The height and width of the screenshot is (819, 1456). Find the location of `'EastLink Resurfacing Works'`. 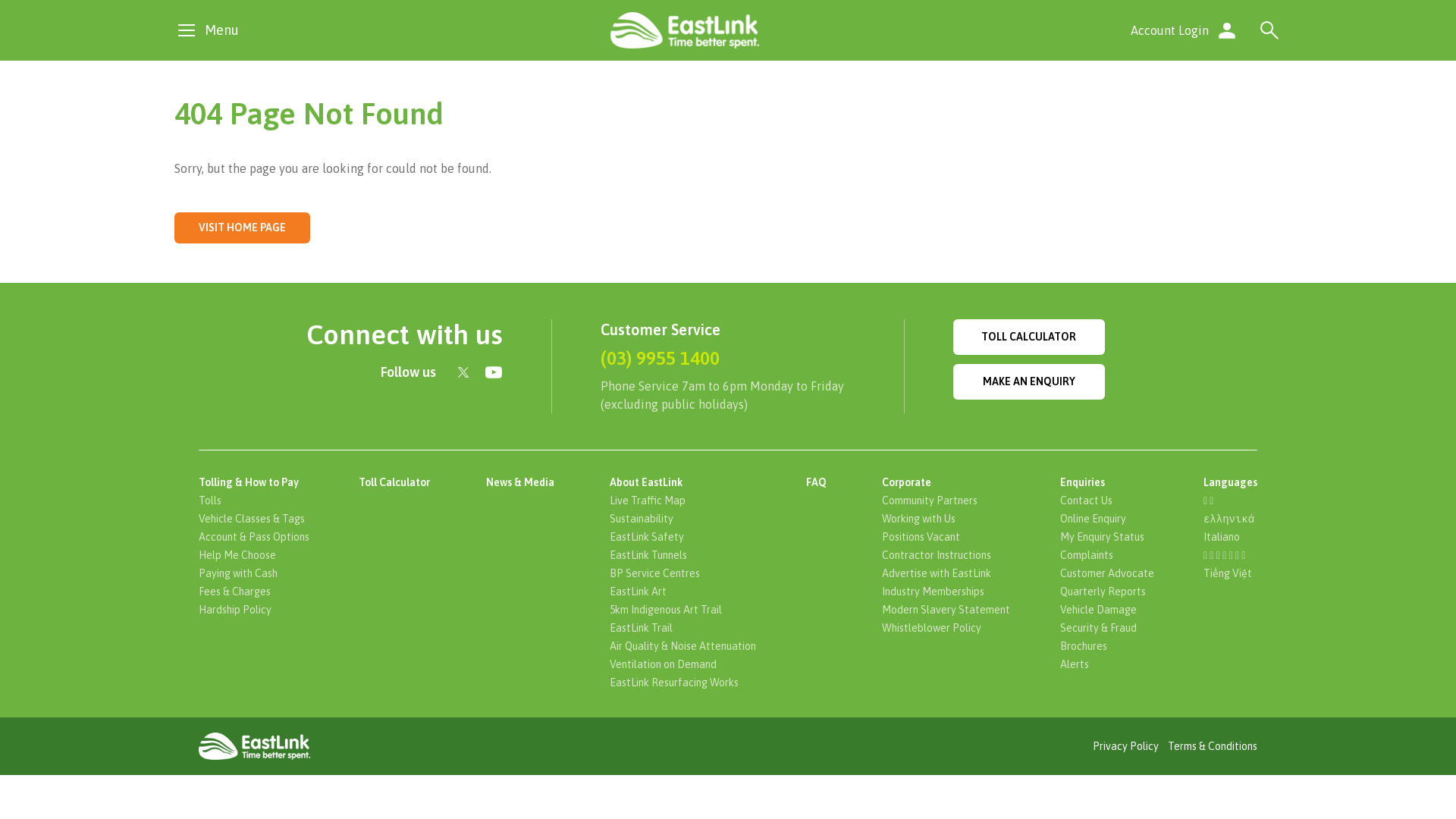

'EastLink Resurfacing Works' is located at coordinates (679, 681).